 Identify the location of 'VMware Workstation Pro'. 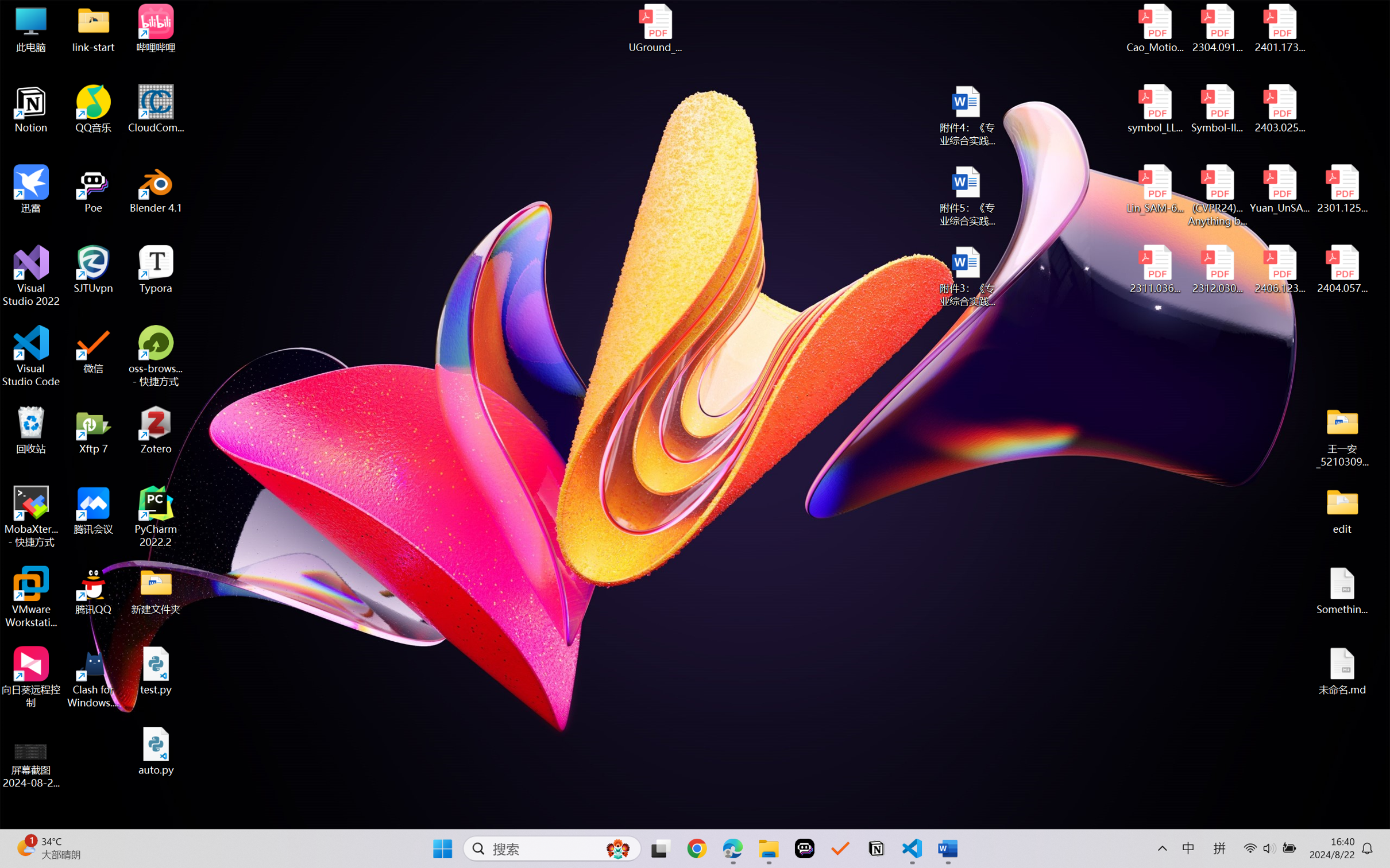
(30, 597).